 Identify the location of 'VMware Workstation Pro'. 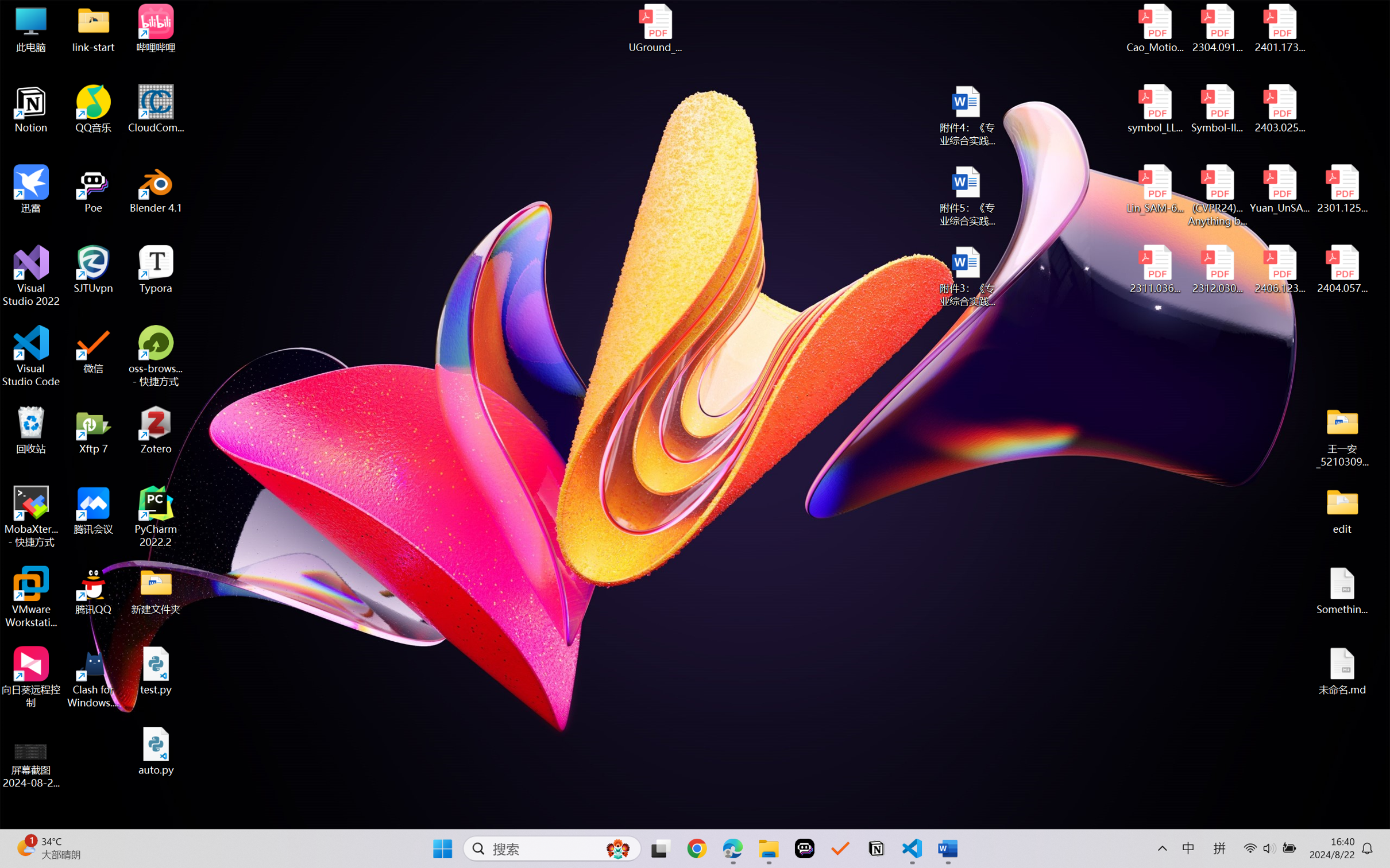
(30, 597).